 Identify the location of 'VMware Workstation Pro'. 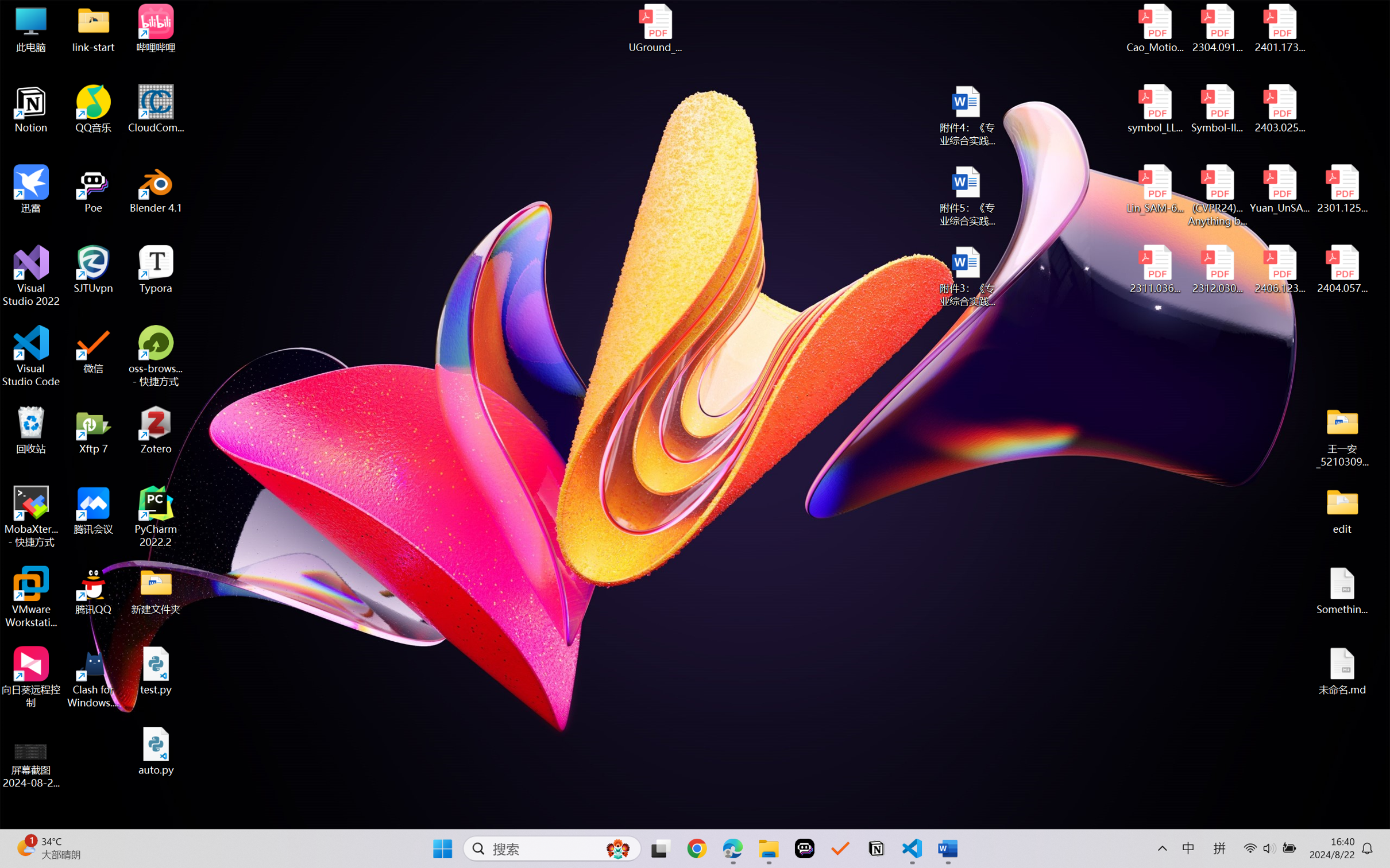
(30, 597).